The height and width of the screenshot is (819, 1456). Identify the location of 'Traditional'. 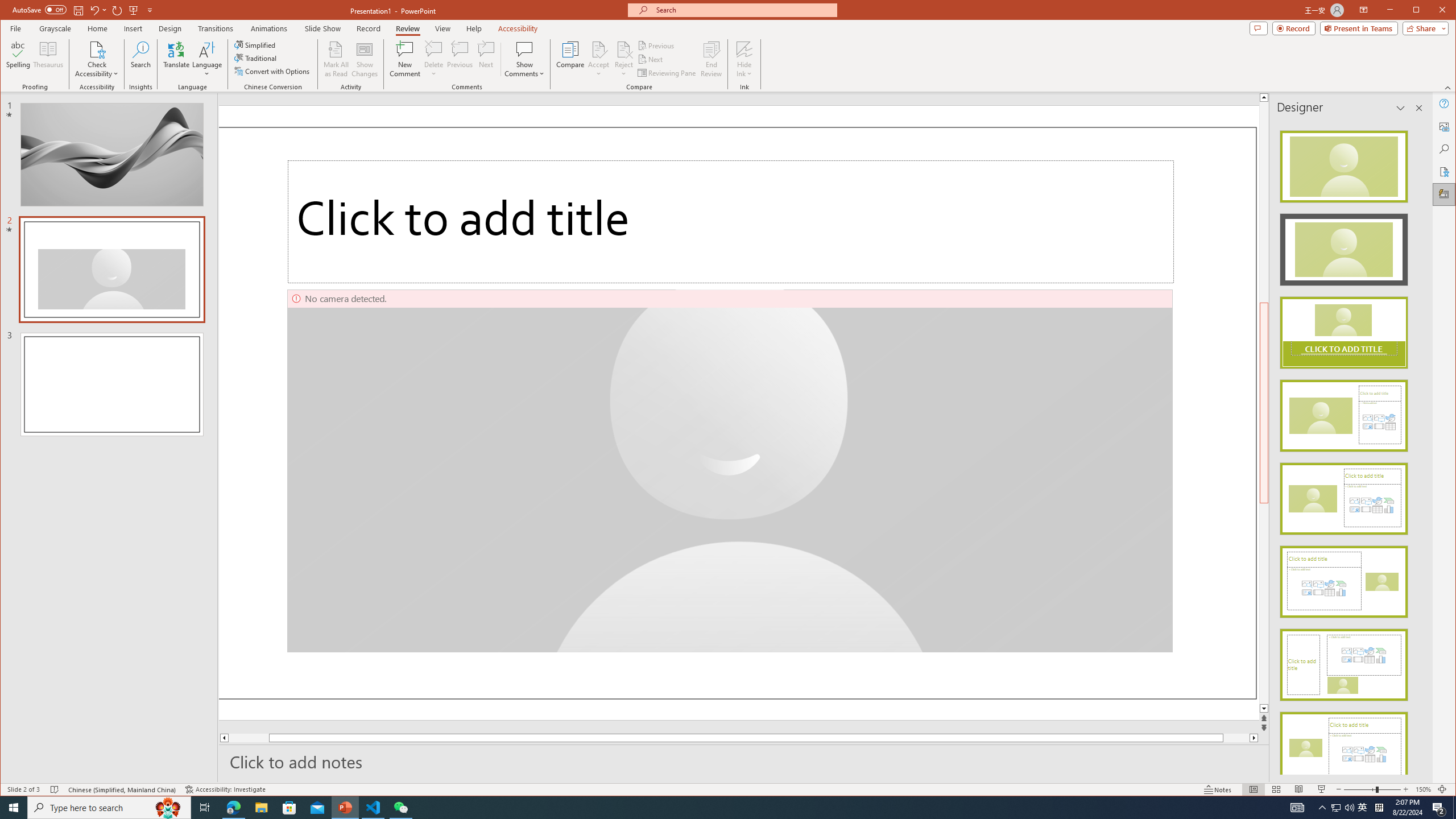
(257, 58).